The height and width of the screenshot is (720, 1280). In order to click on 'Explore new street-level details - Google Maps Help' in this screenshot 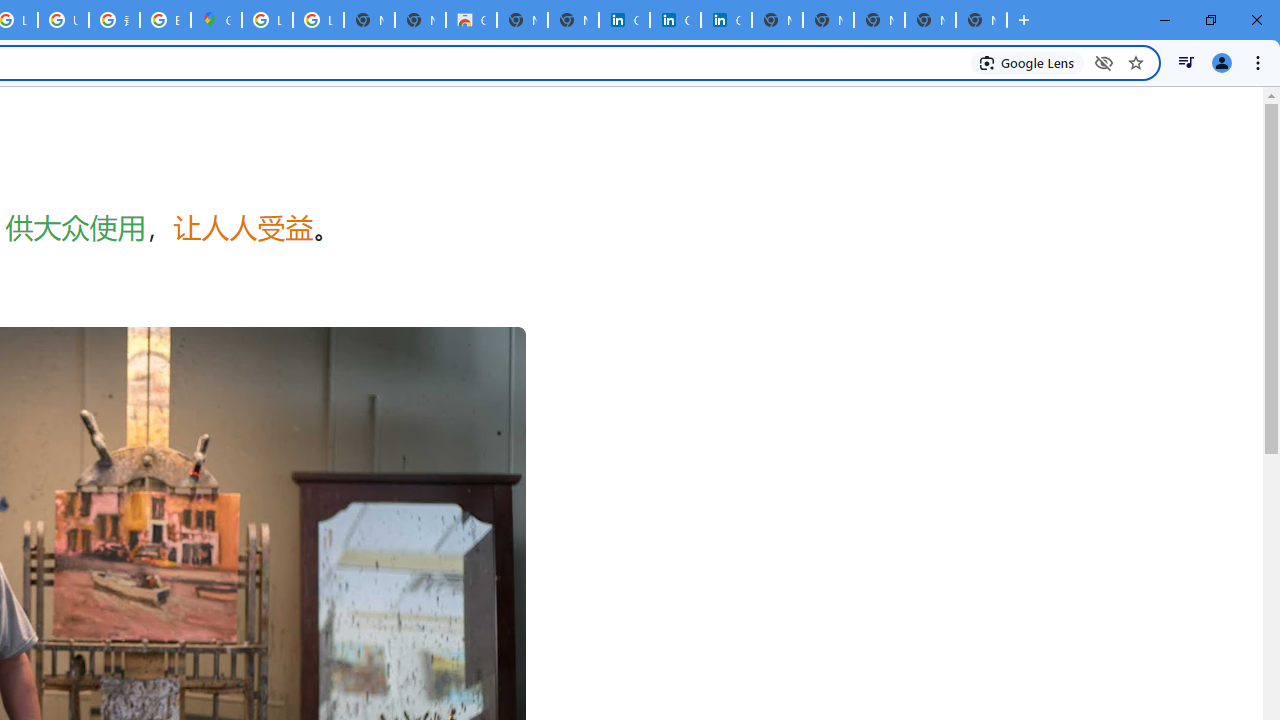, I will do `click(165, 20)`.